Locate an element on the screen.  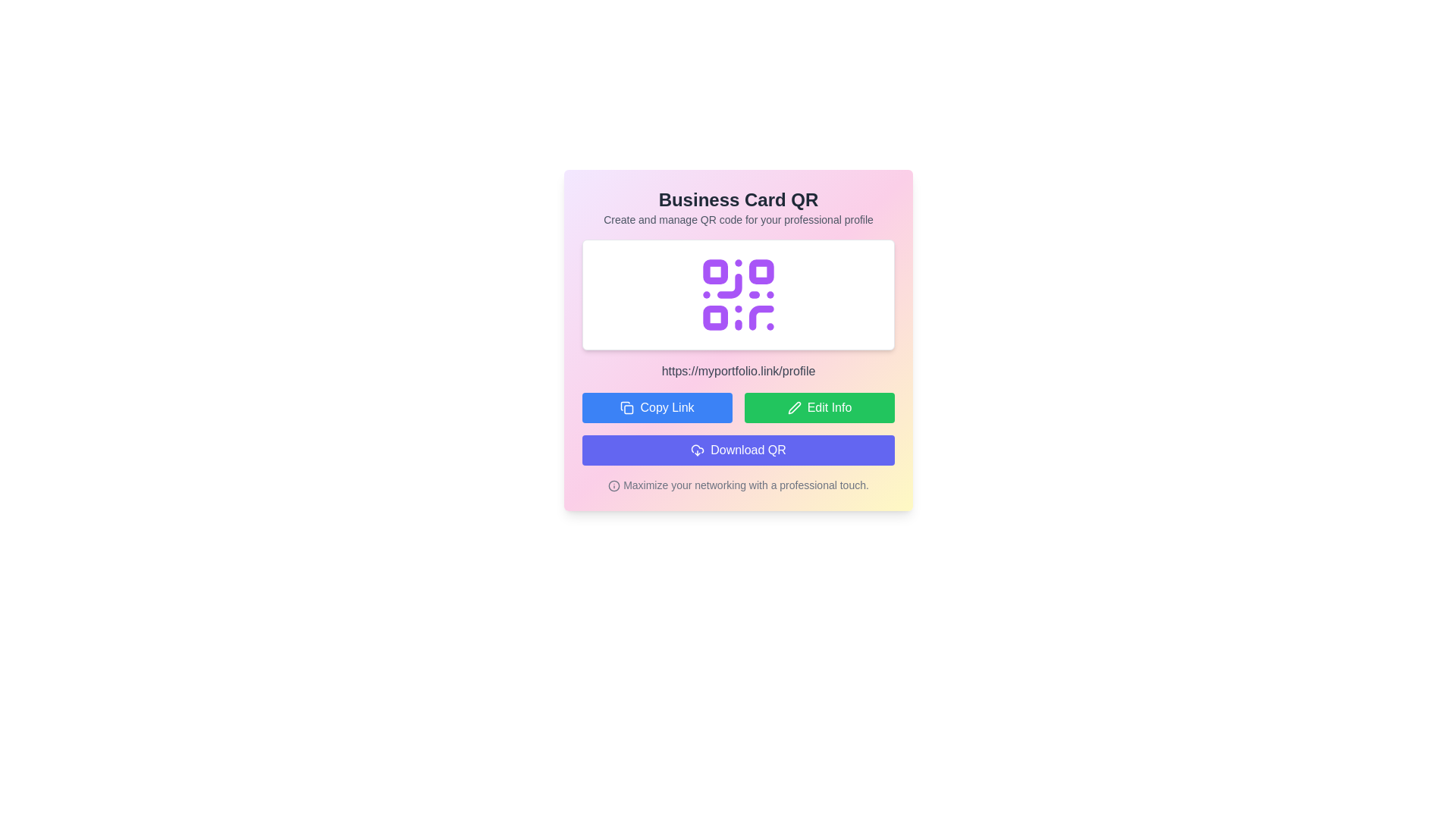
text content from the text block featuring the heading 'Business Card QR' and the subheading 'Create and manage QR code for your professional profile', located at the top of a pastel gradient card is located at coordinates (739, 207).